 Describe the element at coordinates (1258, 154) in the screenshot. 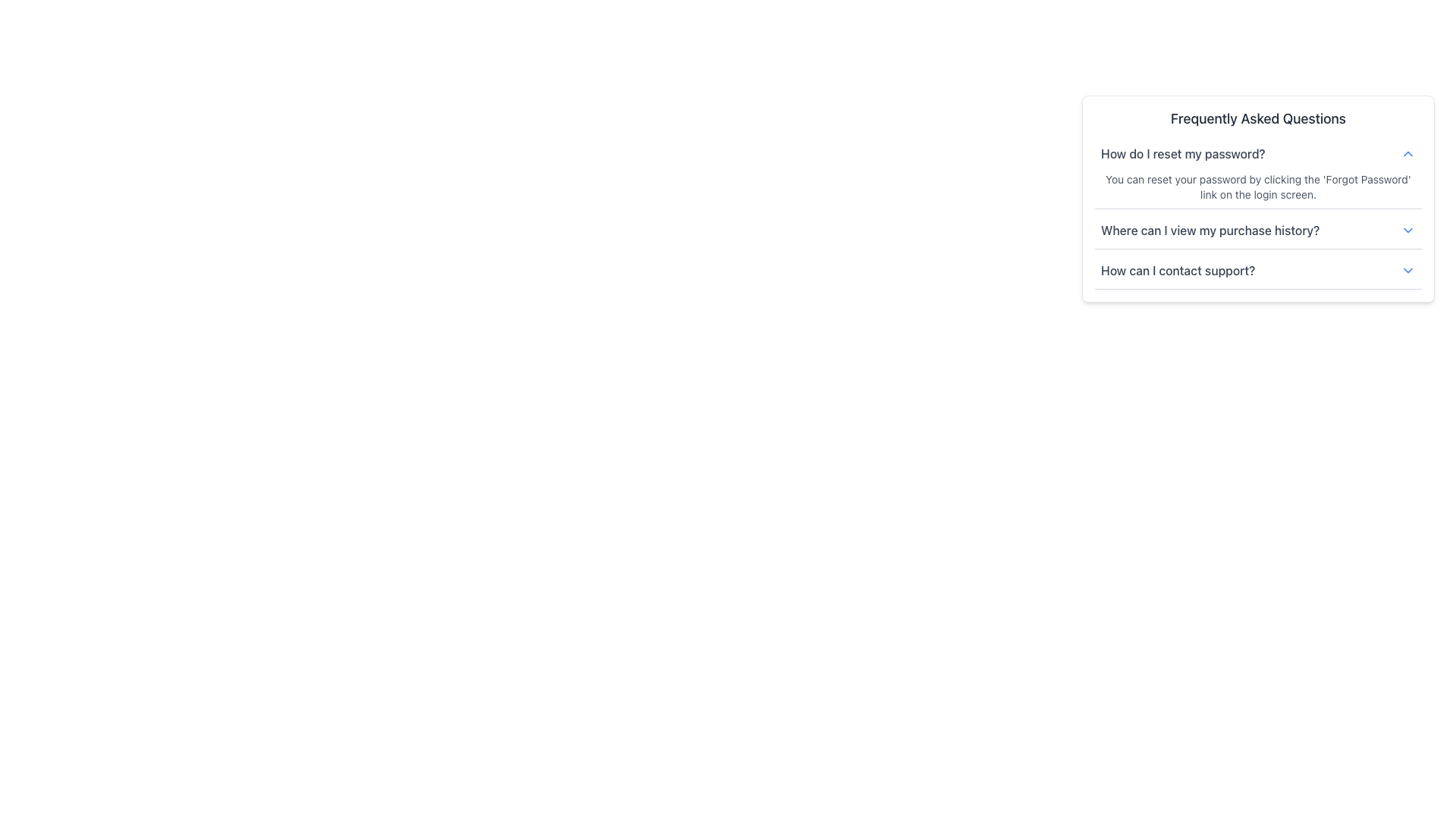

I see `the chevron icon of the first expandable list item in the FAQ section` at that location.